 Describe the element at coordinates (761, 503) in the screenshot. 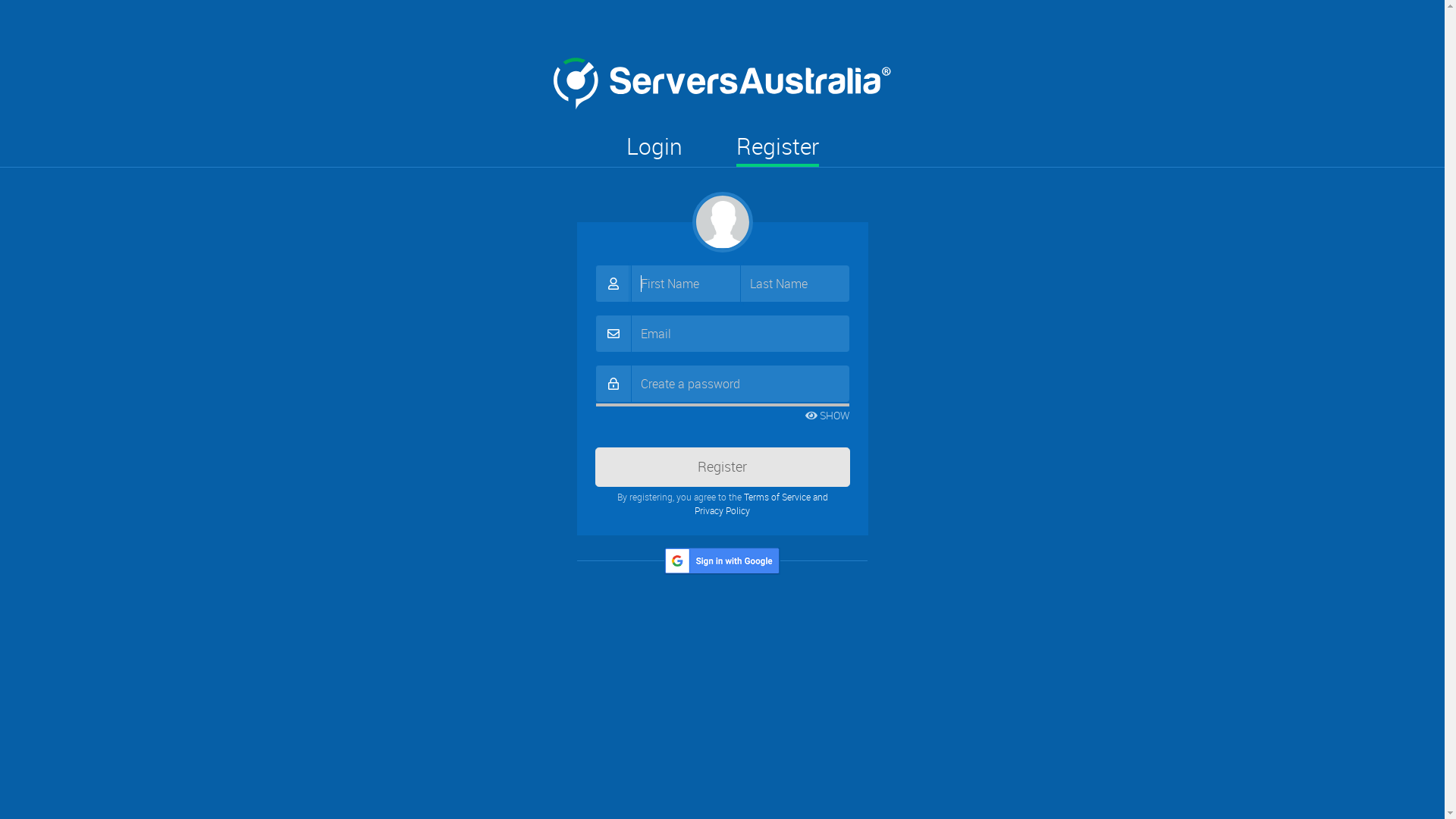

I see `'Terms of Service and Privacy Policy'` at that location.